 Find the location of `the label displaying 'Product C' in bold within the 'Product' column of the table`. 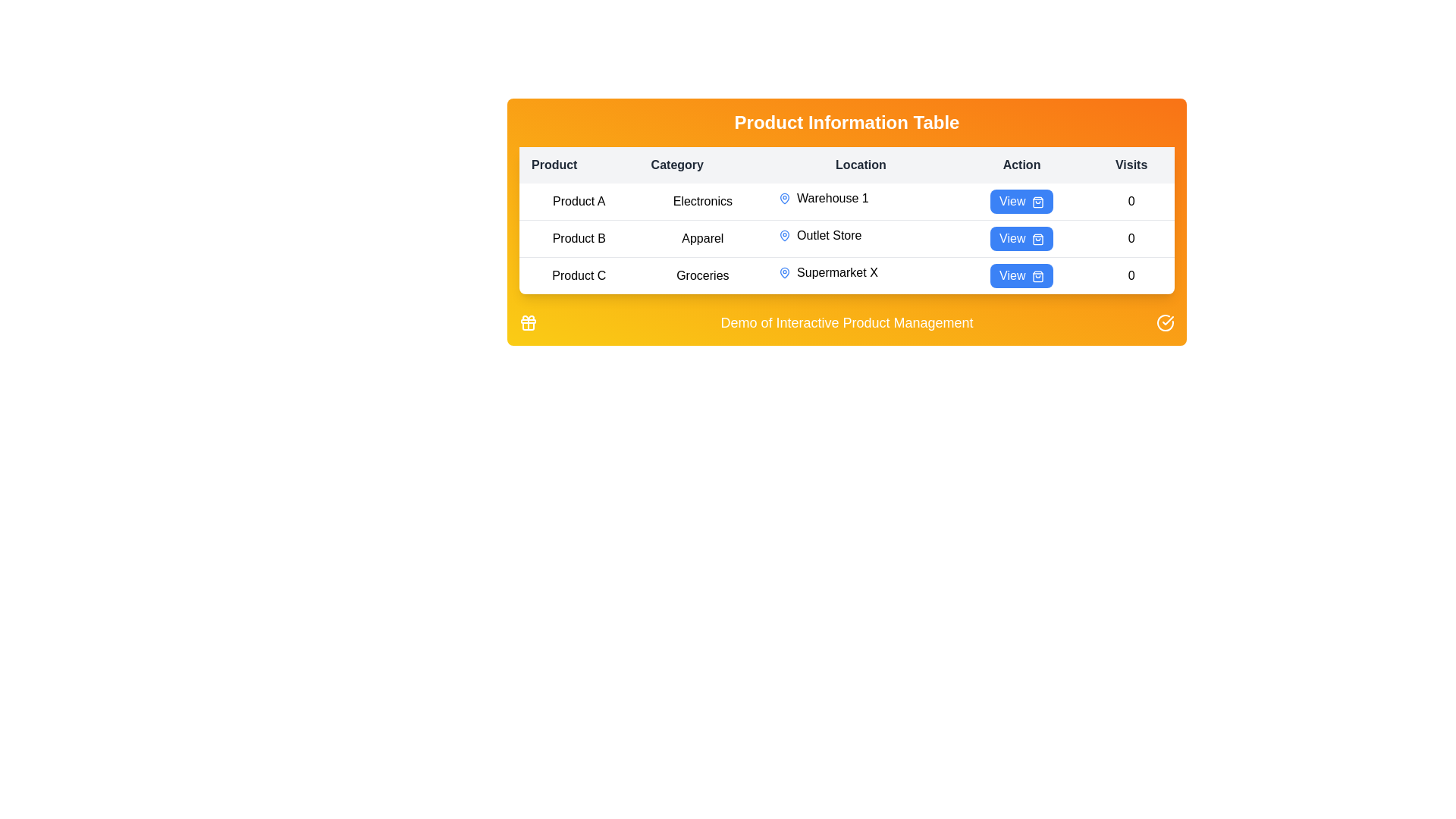

the label displaying 'Product C' in bold within the 'Product' column of the table is located at coordinates (578, 275).